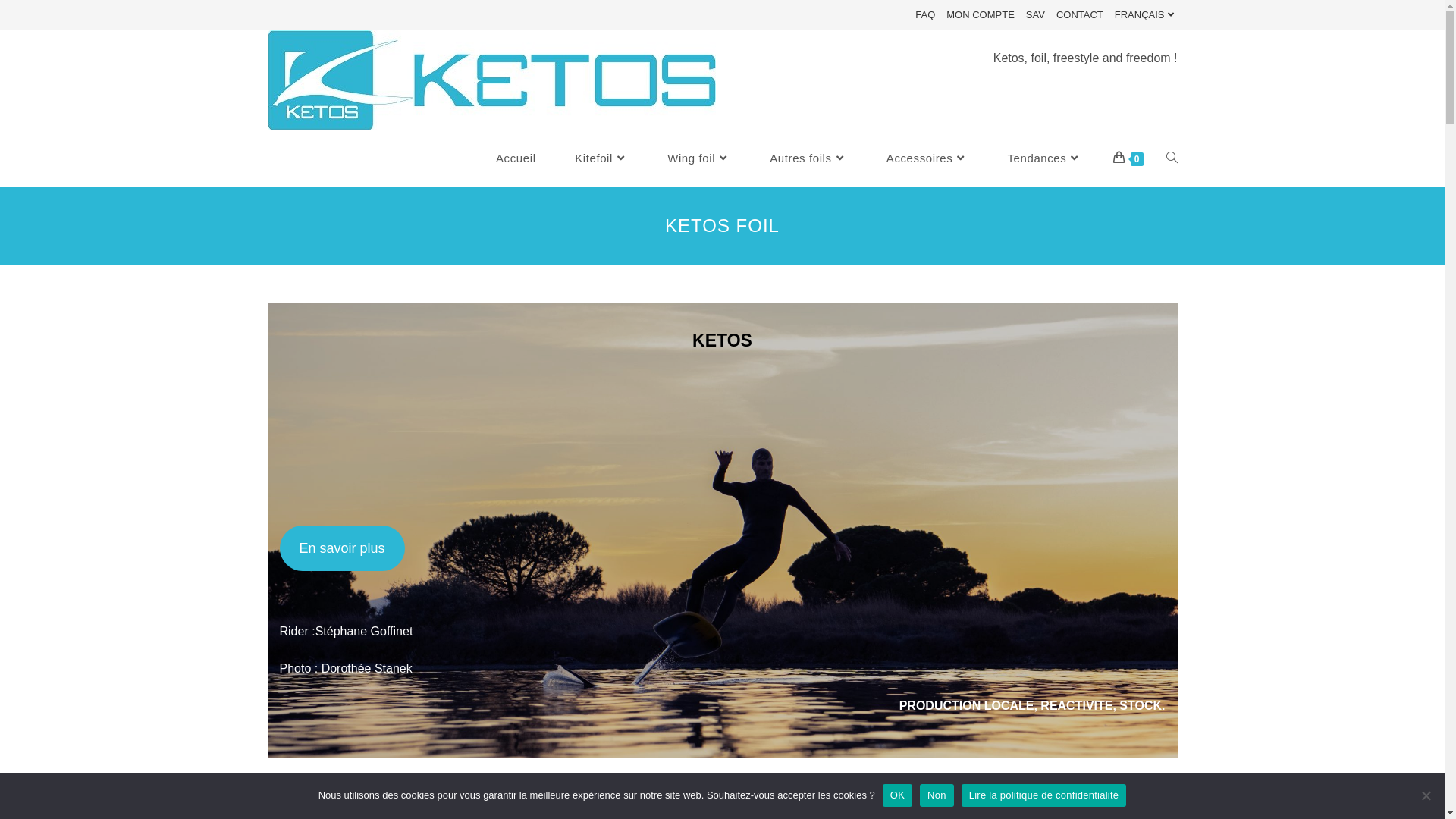  What do you see at coordinates (1034, 14) in the screenshot?
I see `'SAV'` at bounding box center [1034, 14].